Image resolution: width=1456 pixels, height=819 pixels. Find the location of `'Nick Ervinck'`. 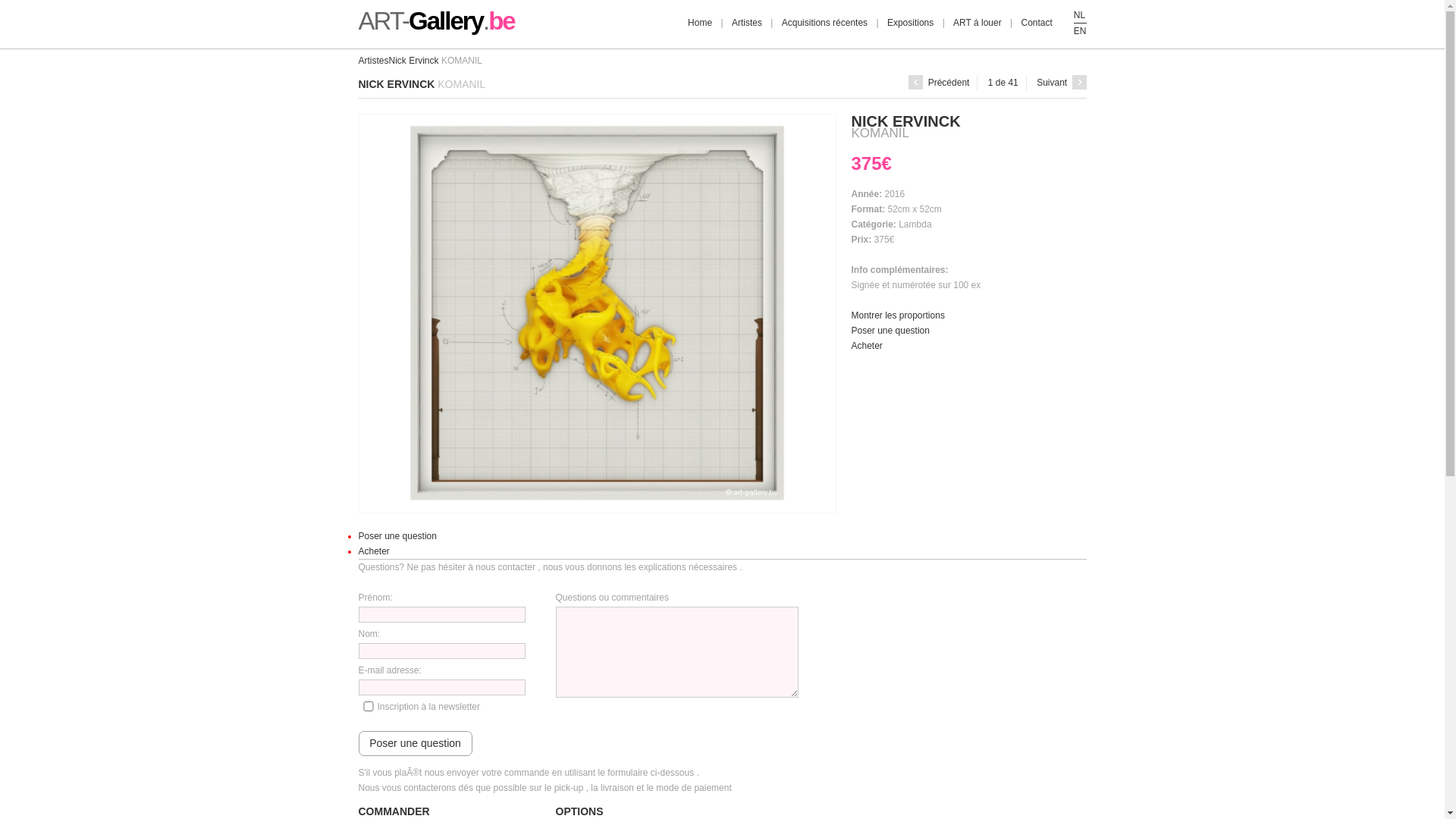

'Nick Ervinck' is located at coordinates (414, 60).